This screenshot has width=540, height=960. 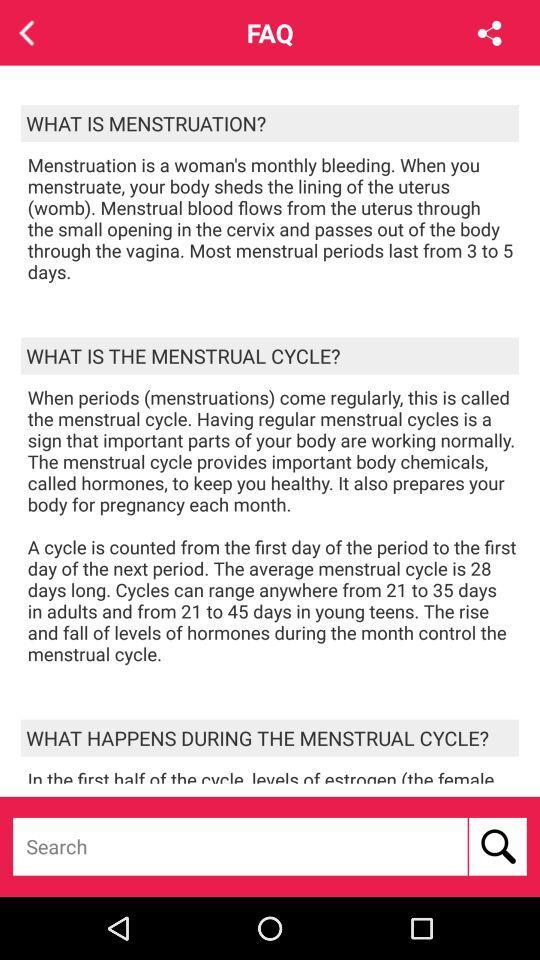 What do you see at coordinates (270, 737) in the screenshot?
I see `icon above the in the first item` at bounding box center [270, 737].